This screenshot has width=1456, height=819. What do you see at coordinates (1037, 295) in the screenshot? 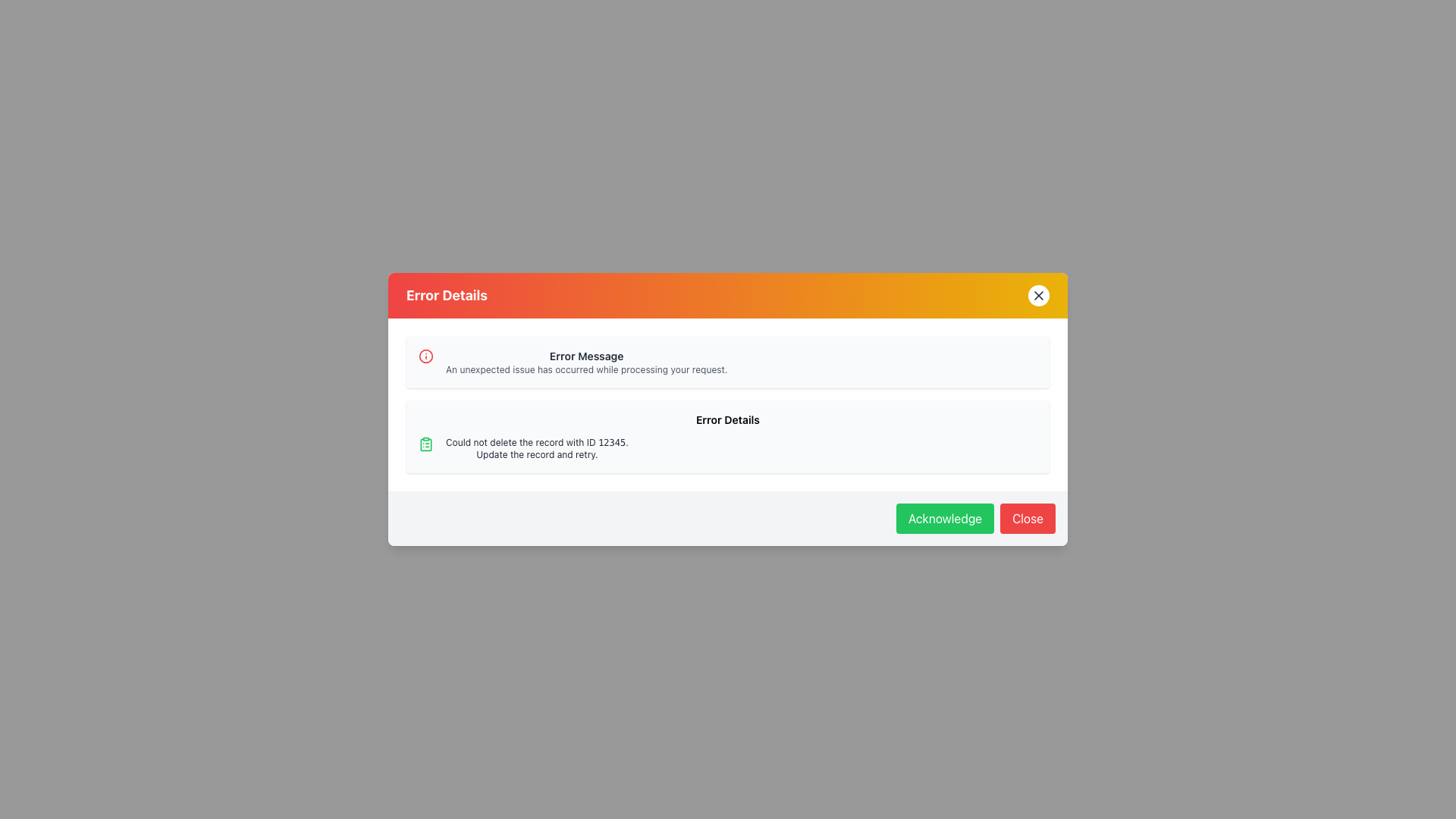
I see `the close button located in the top-right corner of the 'Error Details' modal dialog` at bounding box center [1037, 295].